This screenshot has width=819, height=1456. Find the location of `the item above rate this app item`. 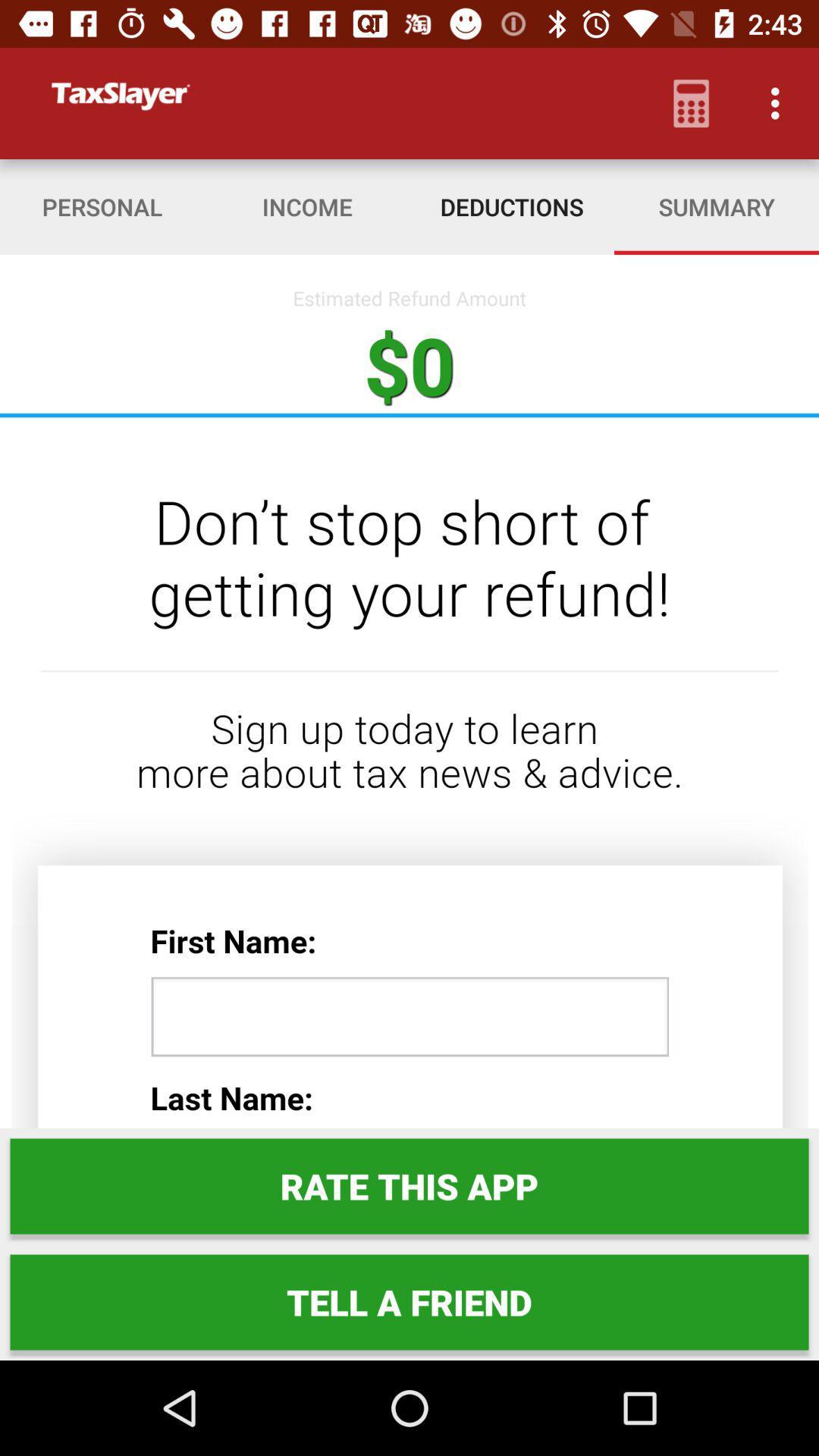

the item above rate this app item is located at coordinates (409, 773).